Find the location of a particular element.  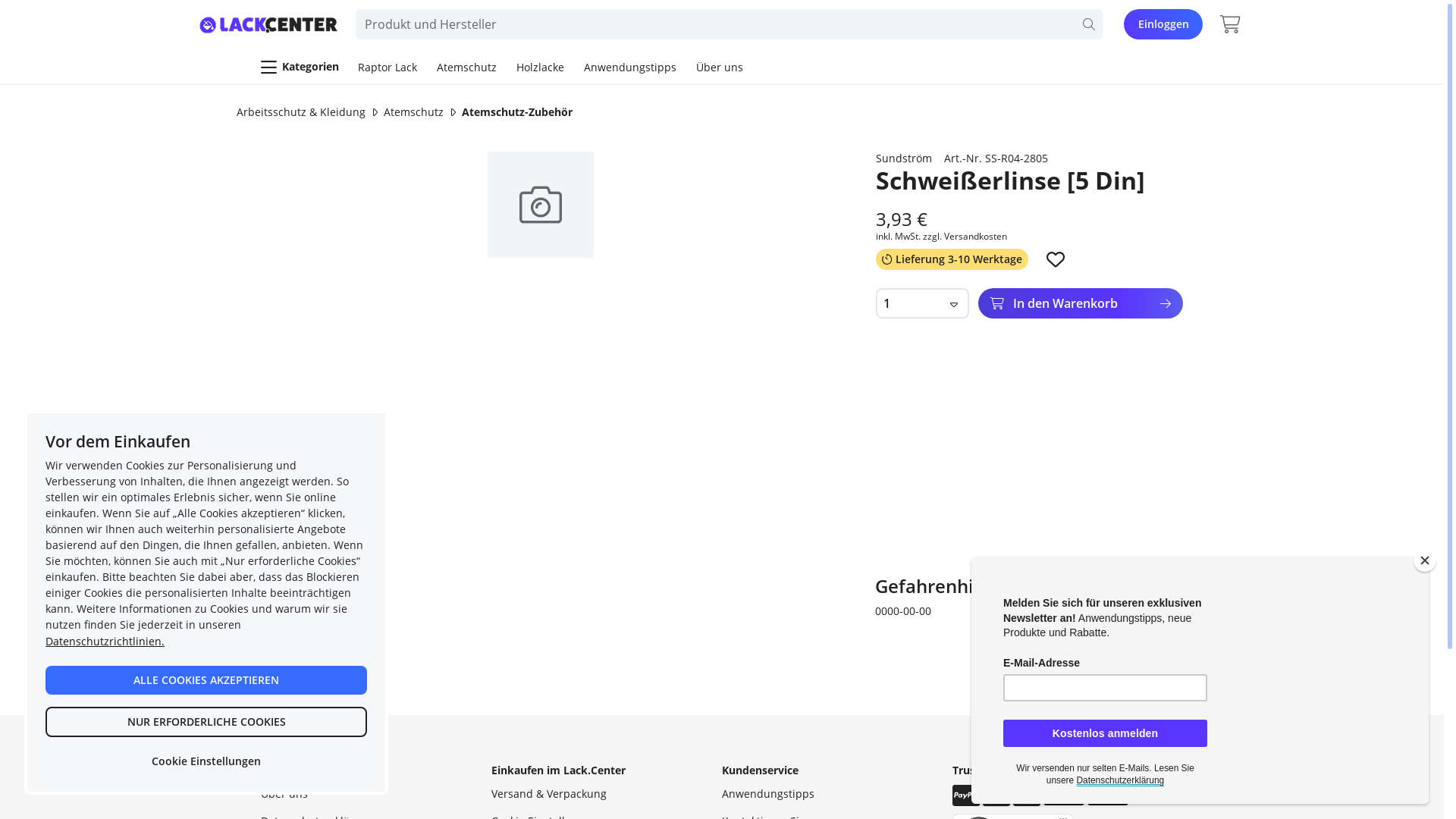

'Auf die Merkliste' is located at coordinates (1046, 259).